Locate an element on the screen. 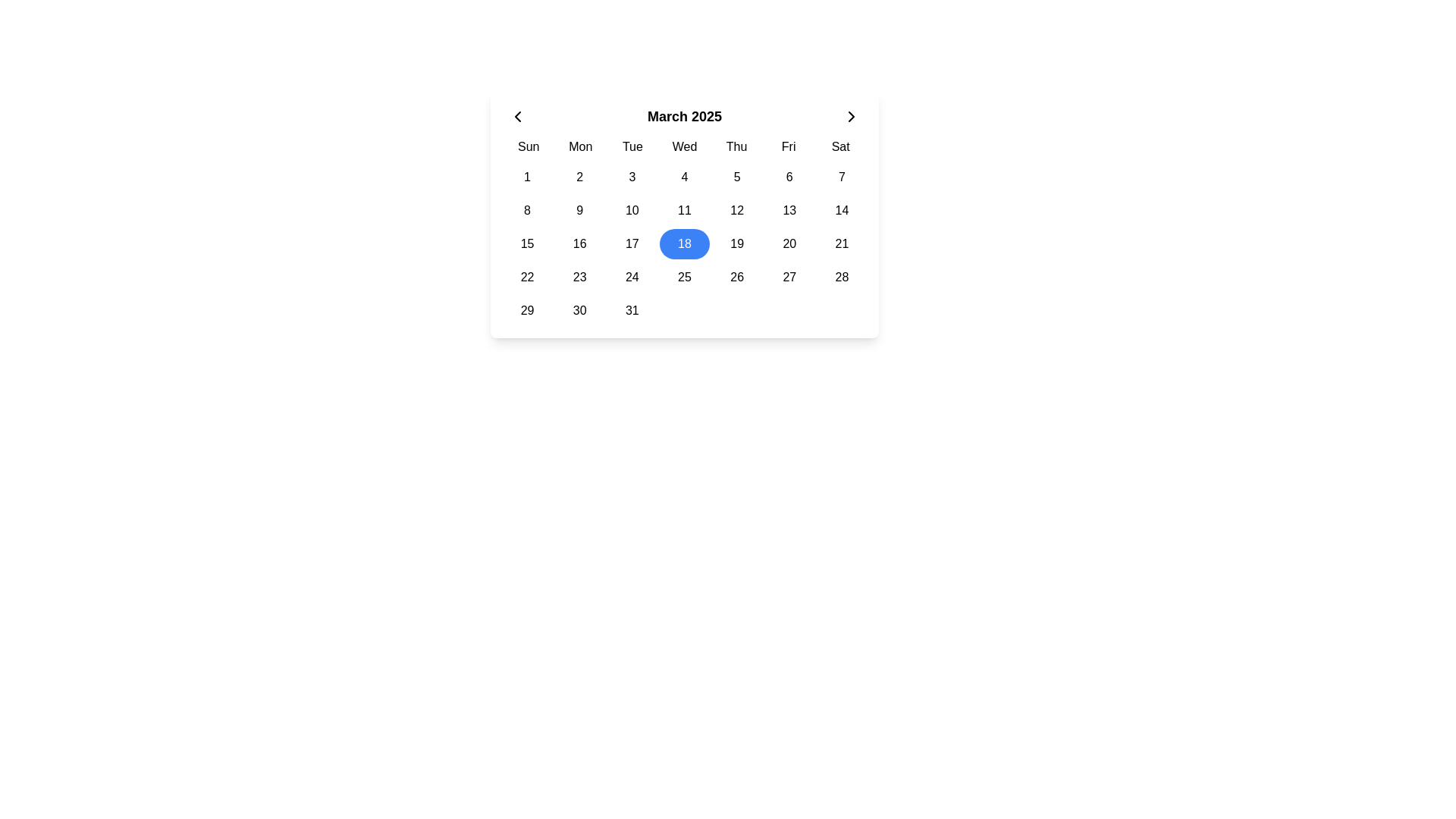  the Button element displaying '19' in bold black font, located is located at coordinates (737, 243).